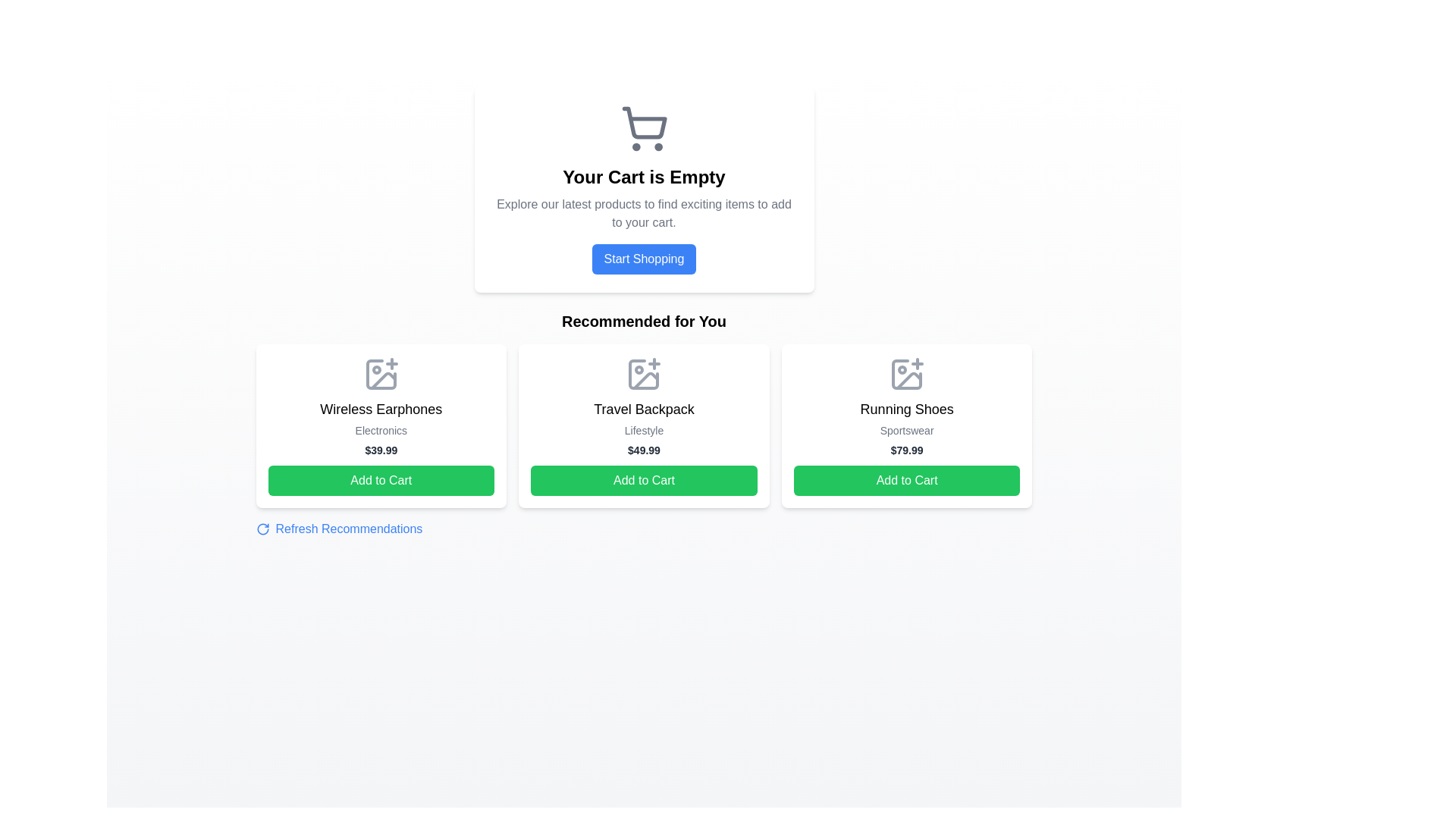 This screenshot has width=1456, height=819. I want to click on the bold price label reading '$49.99' located in the second recommendation card titled 'Travel Backpack' in the 'Recommended for You' section, positioned below the category label 'Lifestyle' and above the 'Add to Cart' button, so click(644, 450).